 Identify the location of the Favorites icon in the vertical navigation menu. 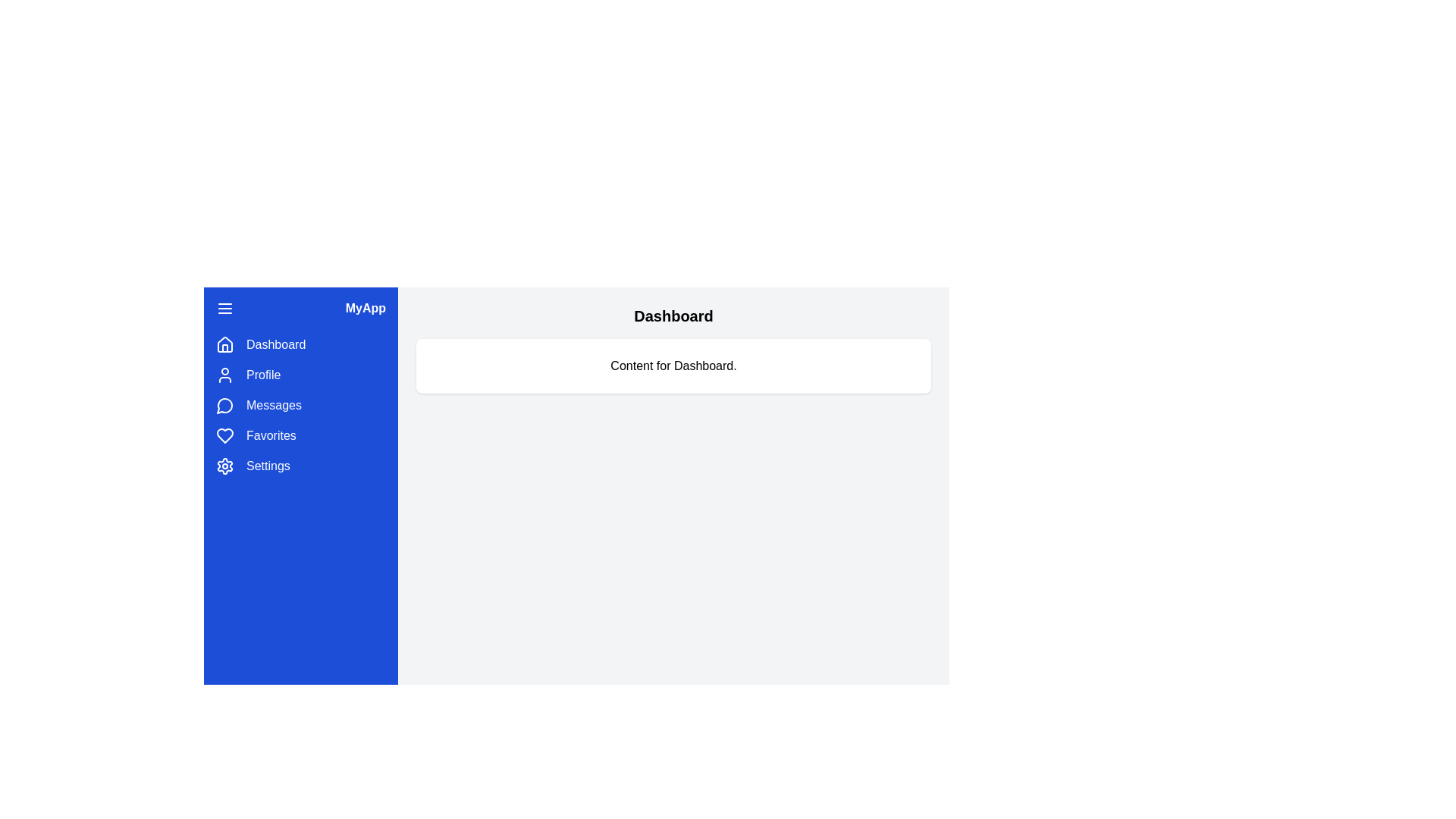
(224, 435).